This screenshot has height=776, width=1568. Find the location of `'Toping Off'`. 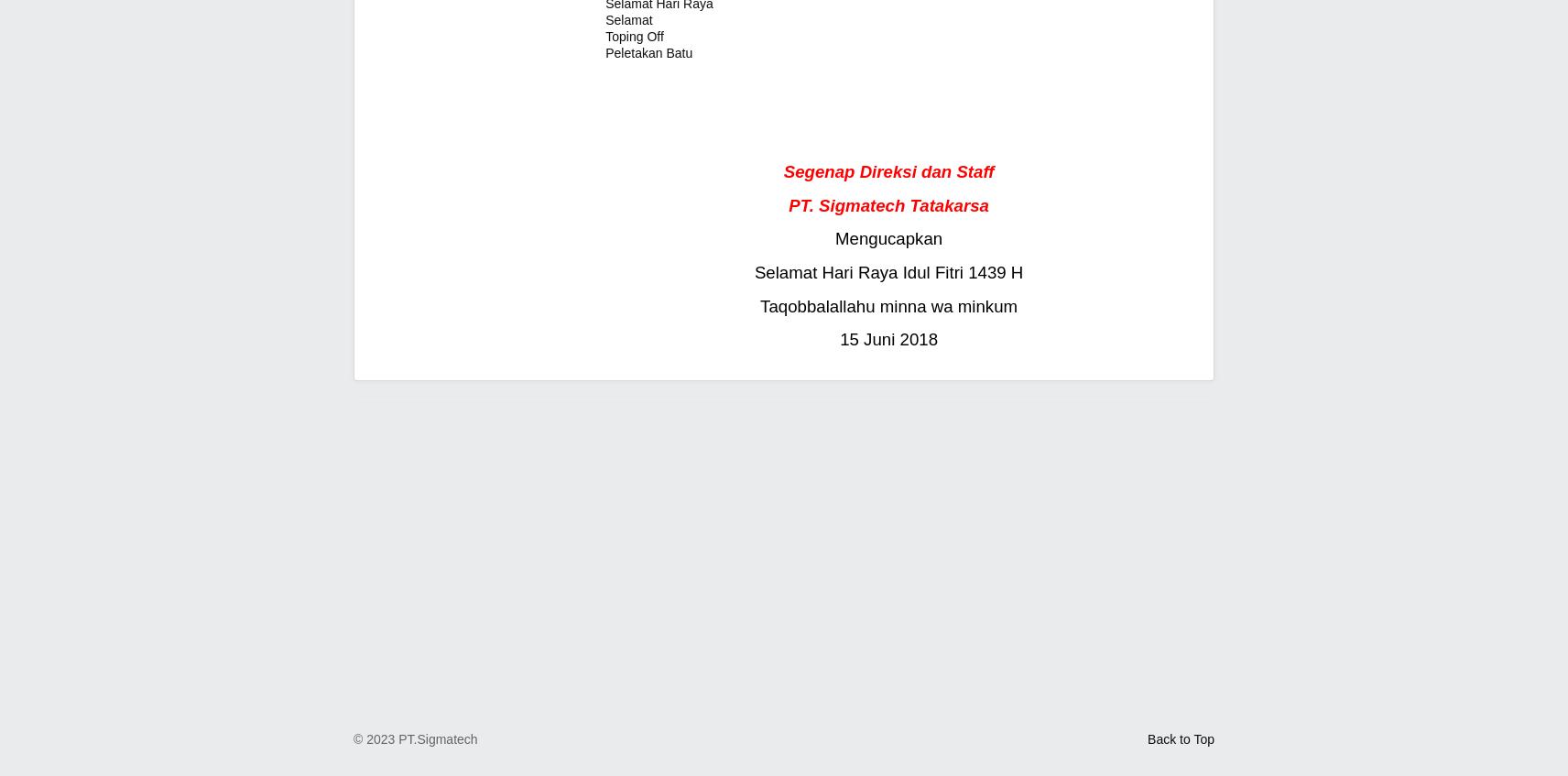

'Toping Off' is located at coordinates (634, 35).